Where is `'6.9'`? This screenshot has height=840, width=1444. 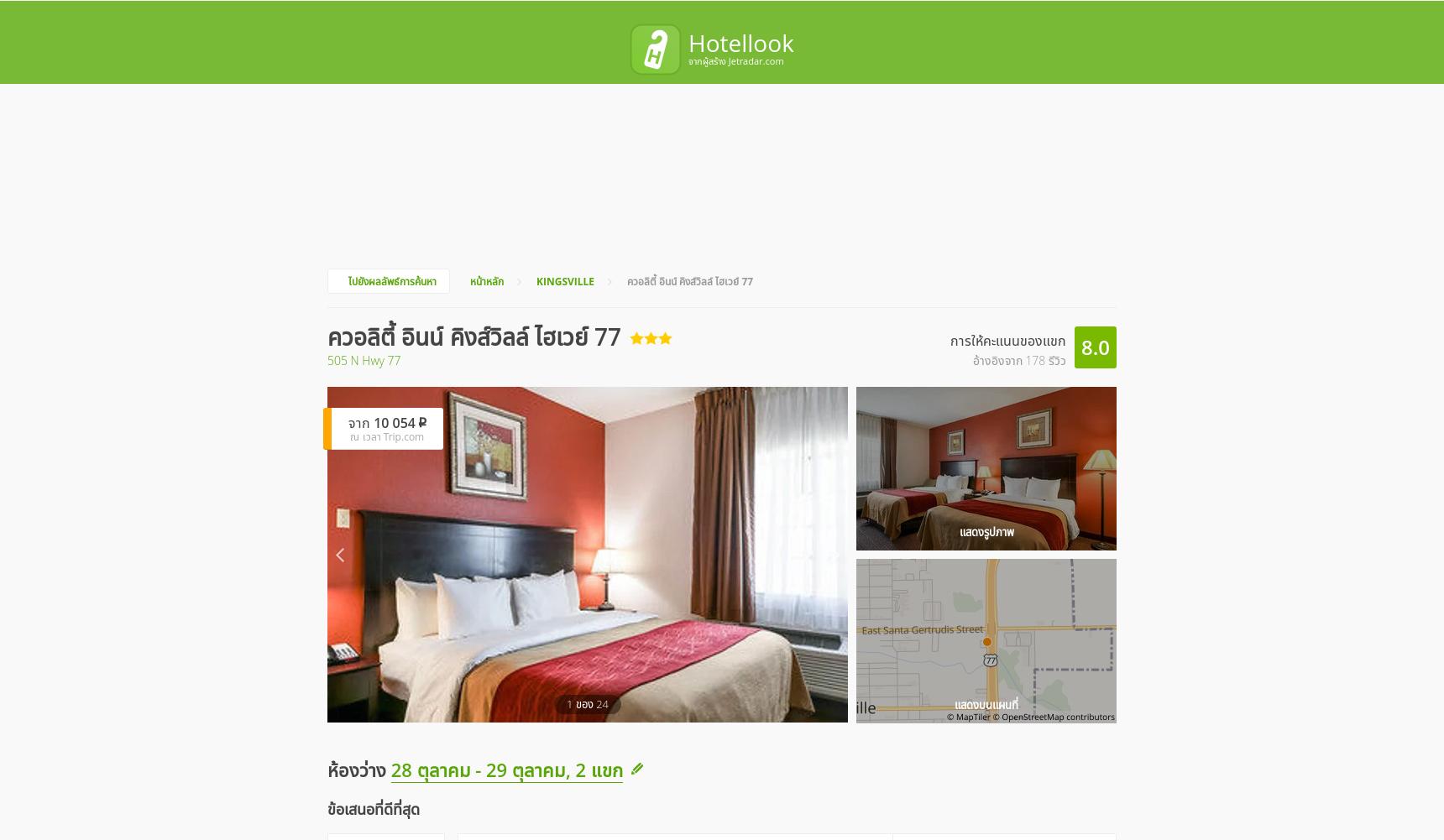
'6.9' is located at coordinates (936, 643).